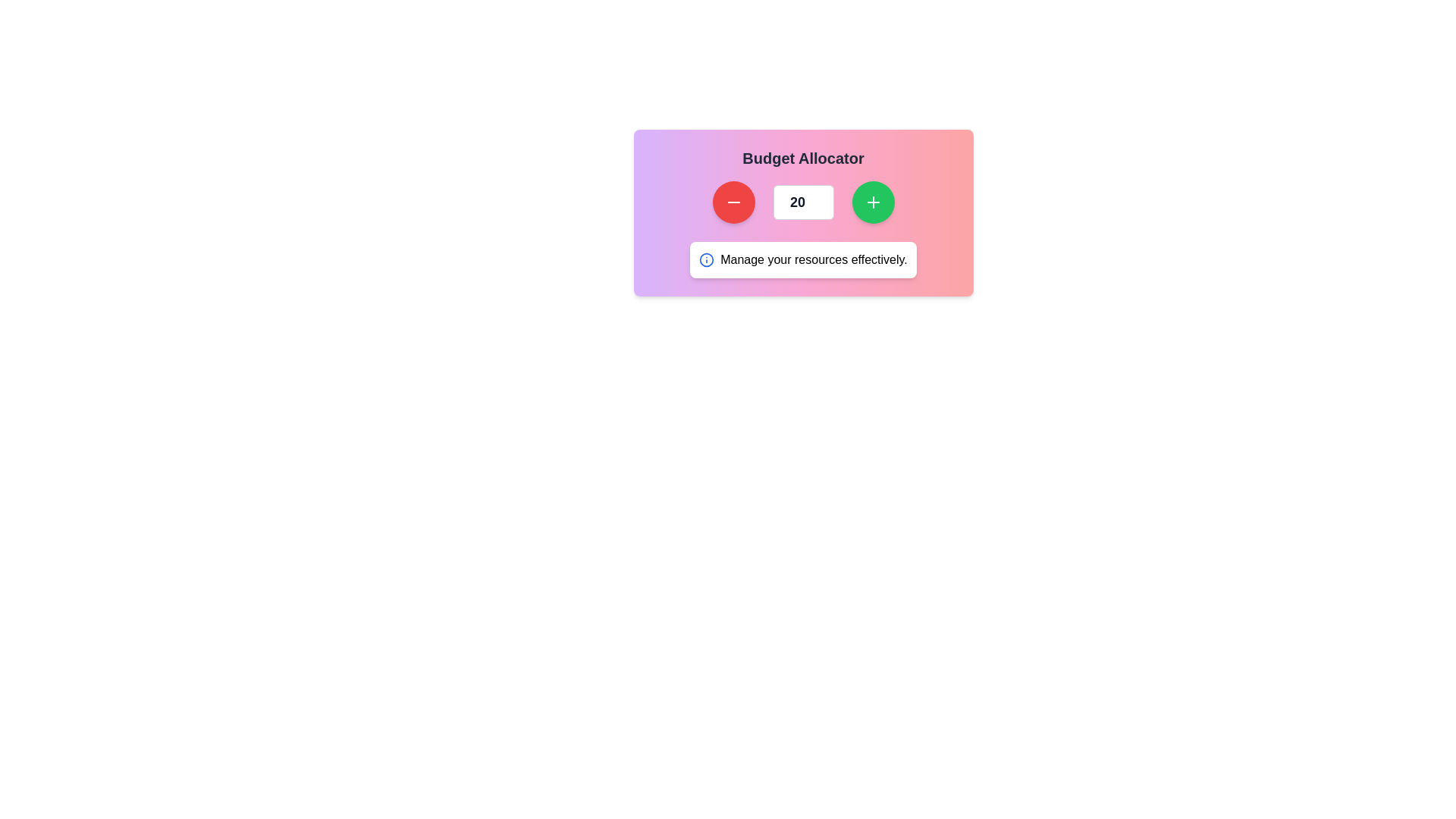  I want to click on the decrement icon located centrally inside the rounded red button, which is positioned to the left of the input box displaying the number '20' in the 'Budget Allocator' interface to decrement the value, so click(733, 201).